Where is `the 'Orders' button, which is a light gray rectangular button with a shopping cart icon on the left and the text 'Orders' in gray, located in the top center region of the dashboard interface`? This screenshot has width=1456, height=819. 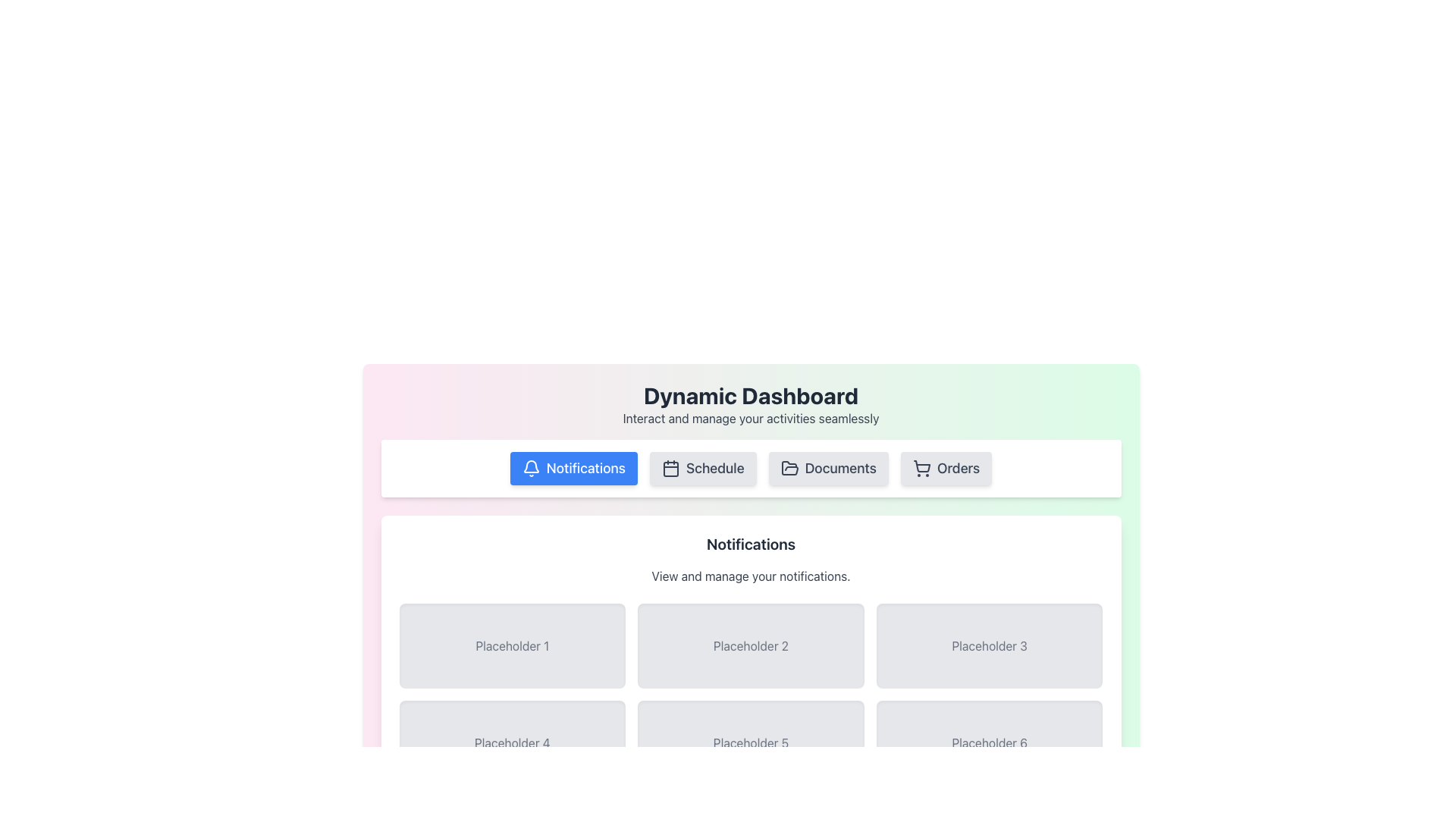 the 'Orders' button, which is a light gray rectangular button with a shopping cart icon on the left and the text 'Orders' in gray, located in the top center region of the dashboard interface is located at coordinates (946, 467).